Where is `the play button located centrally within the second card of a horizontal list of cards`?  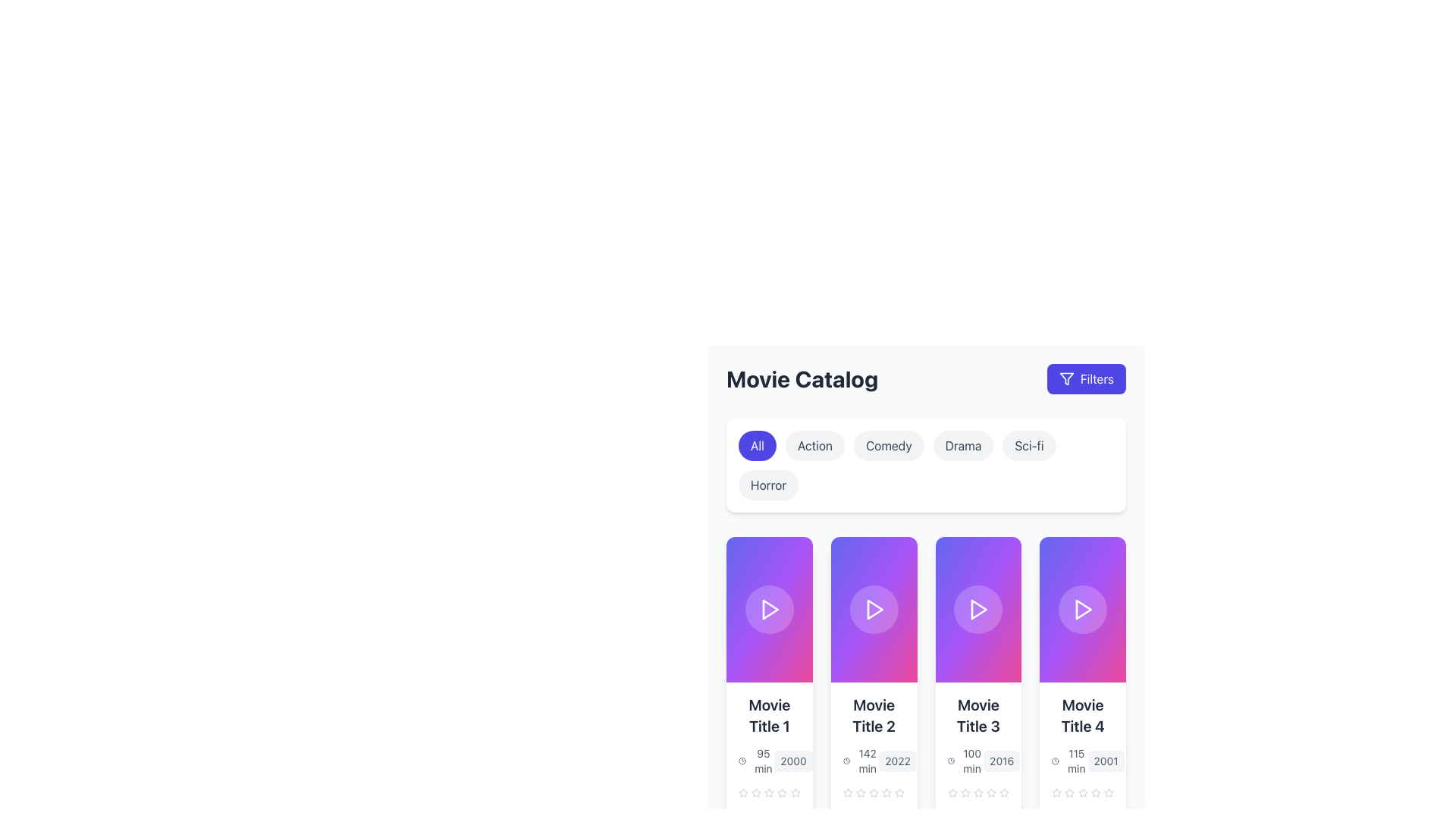 the play button located centrally within the second card of a horizontal list of cards is located at coordinates (874, 608).